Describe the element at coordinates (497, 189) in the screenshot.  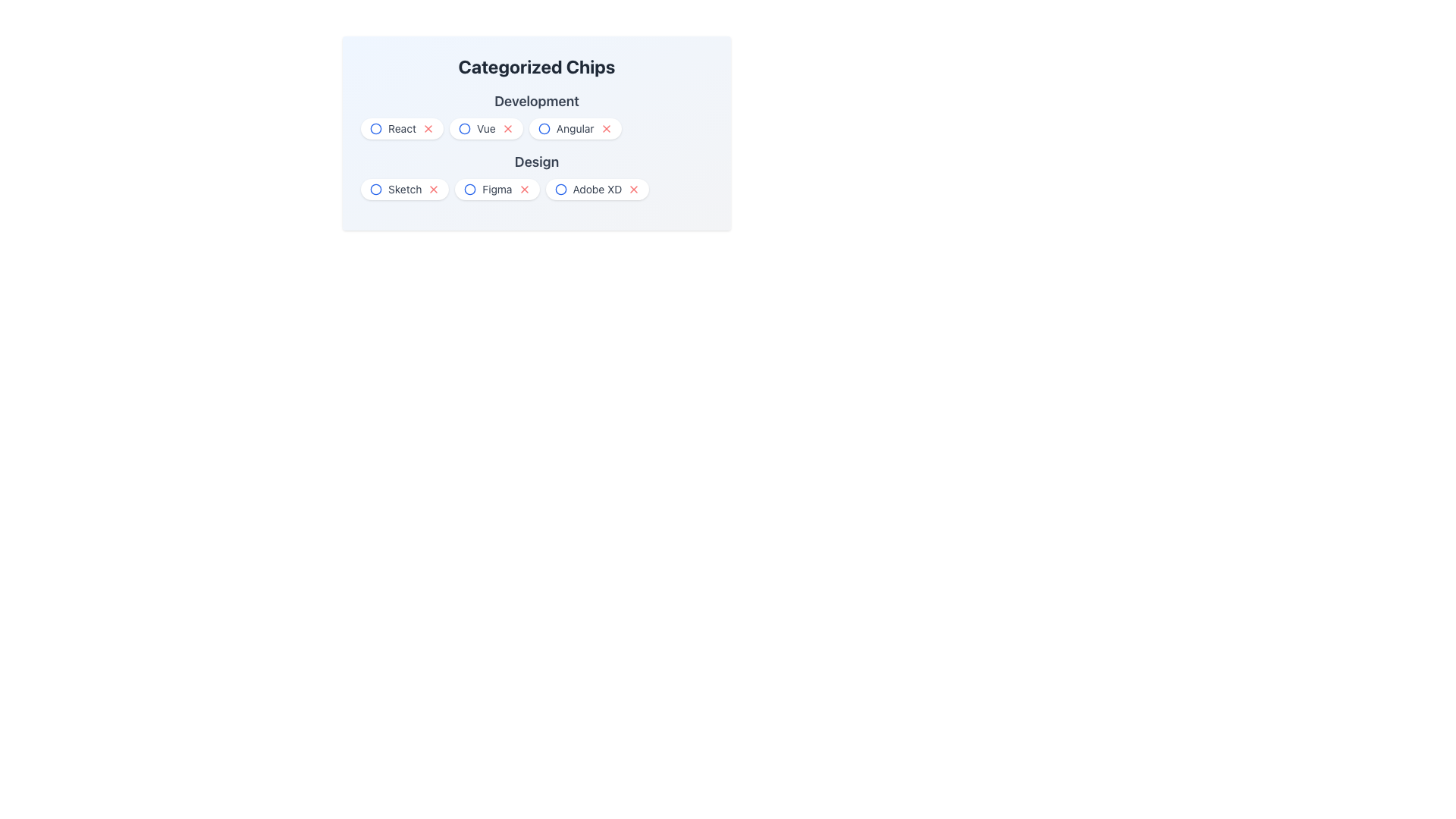
I see `the 'Figma' button, which is the second button in the 'Design' category` at that location.